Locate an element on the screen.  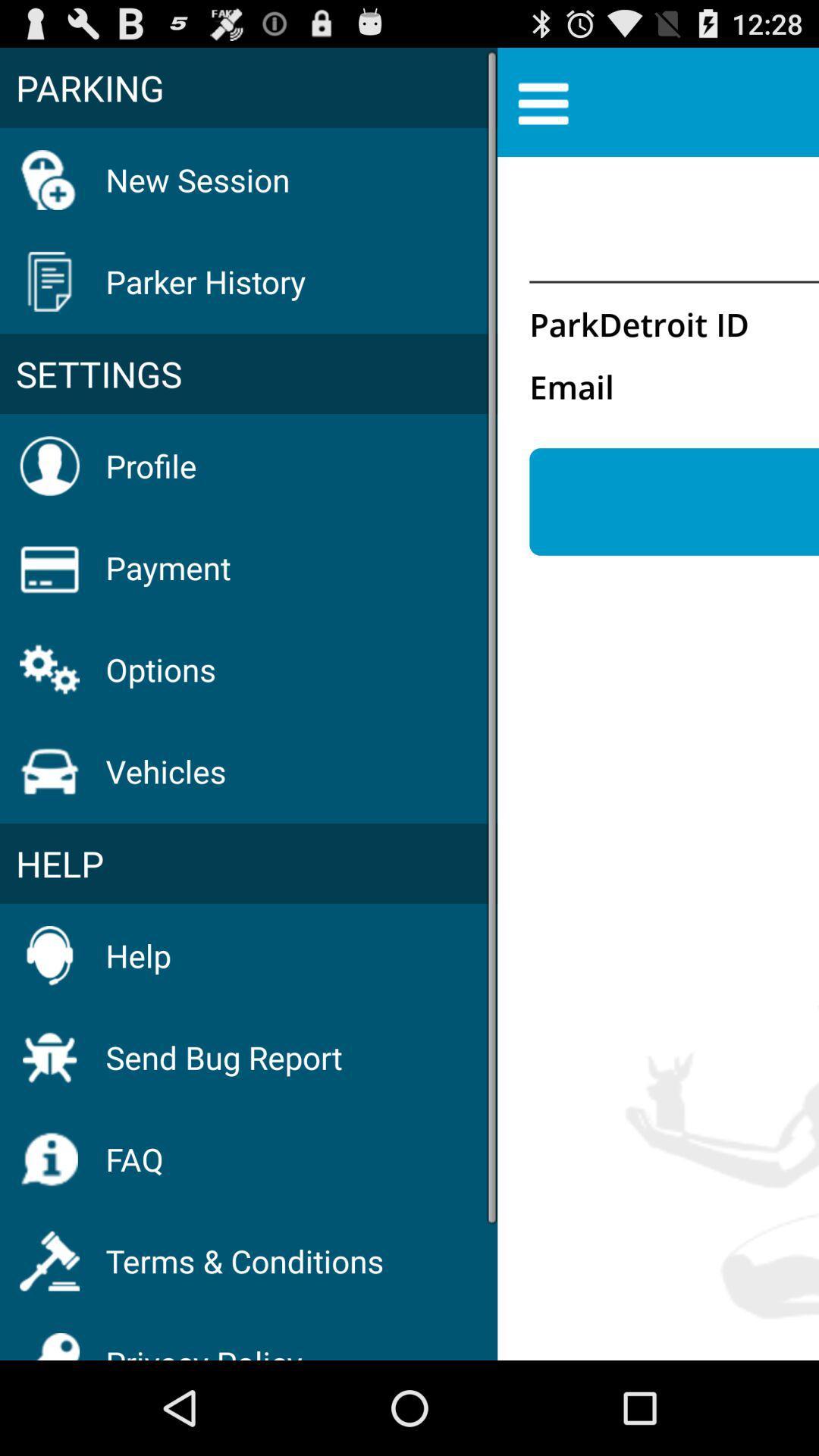
the parker history icon is located at coordinates (206, 281).